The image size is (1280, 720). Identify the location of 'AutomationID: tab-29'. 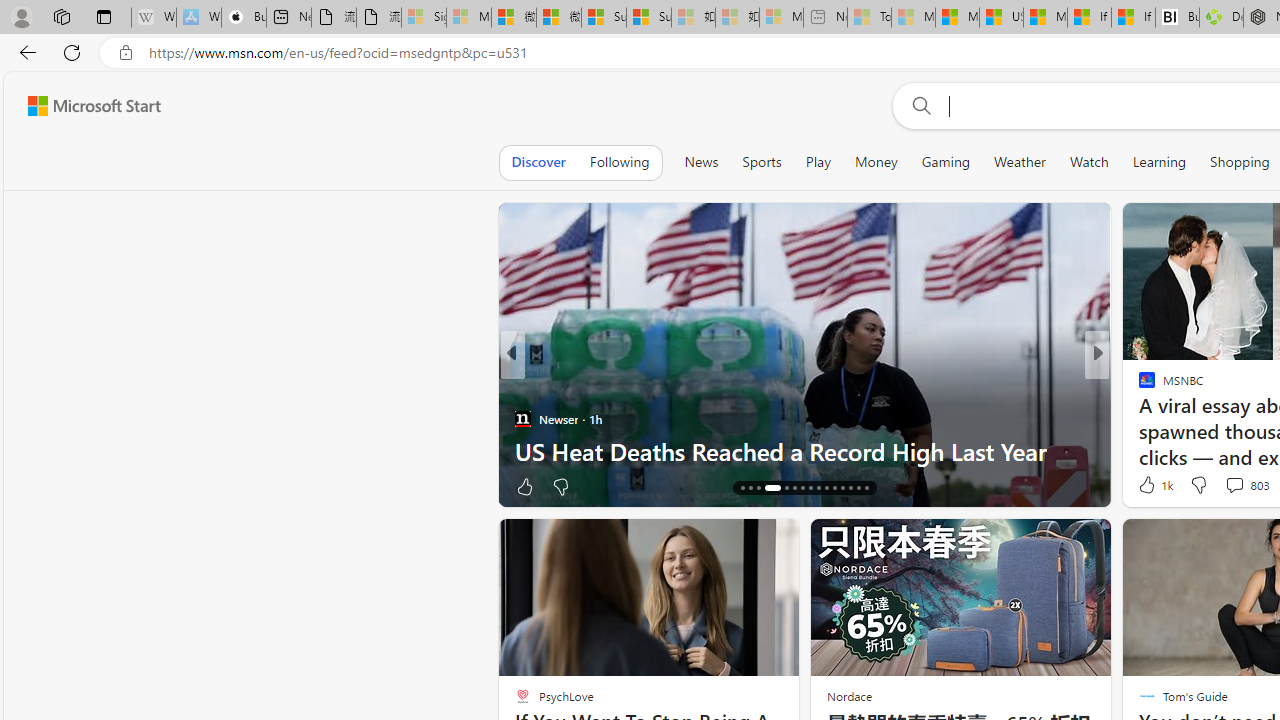
(858, 488).